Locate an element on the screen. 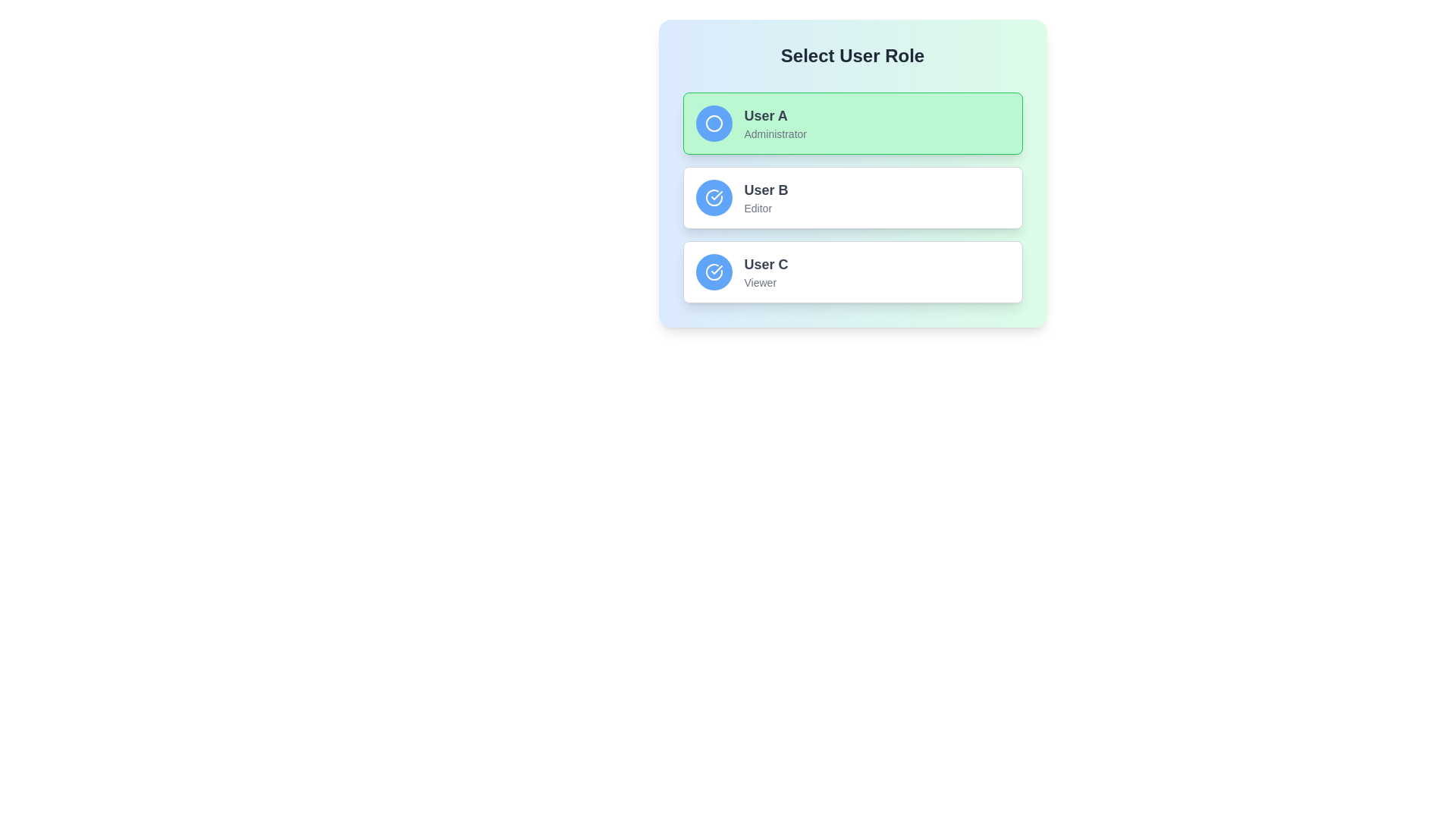 This screenshot has height=819, width=1456. the circular blue graphical icon located at the start of the 'User A' option in the user roles list by moving the mouse pointer to its center is located at coordinates (713, 122).